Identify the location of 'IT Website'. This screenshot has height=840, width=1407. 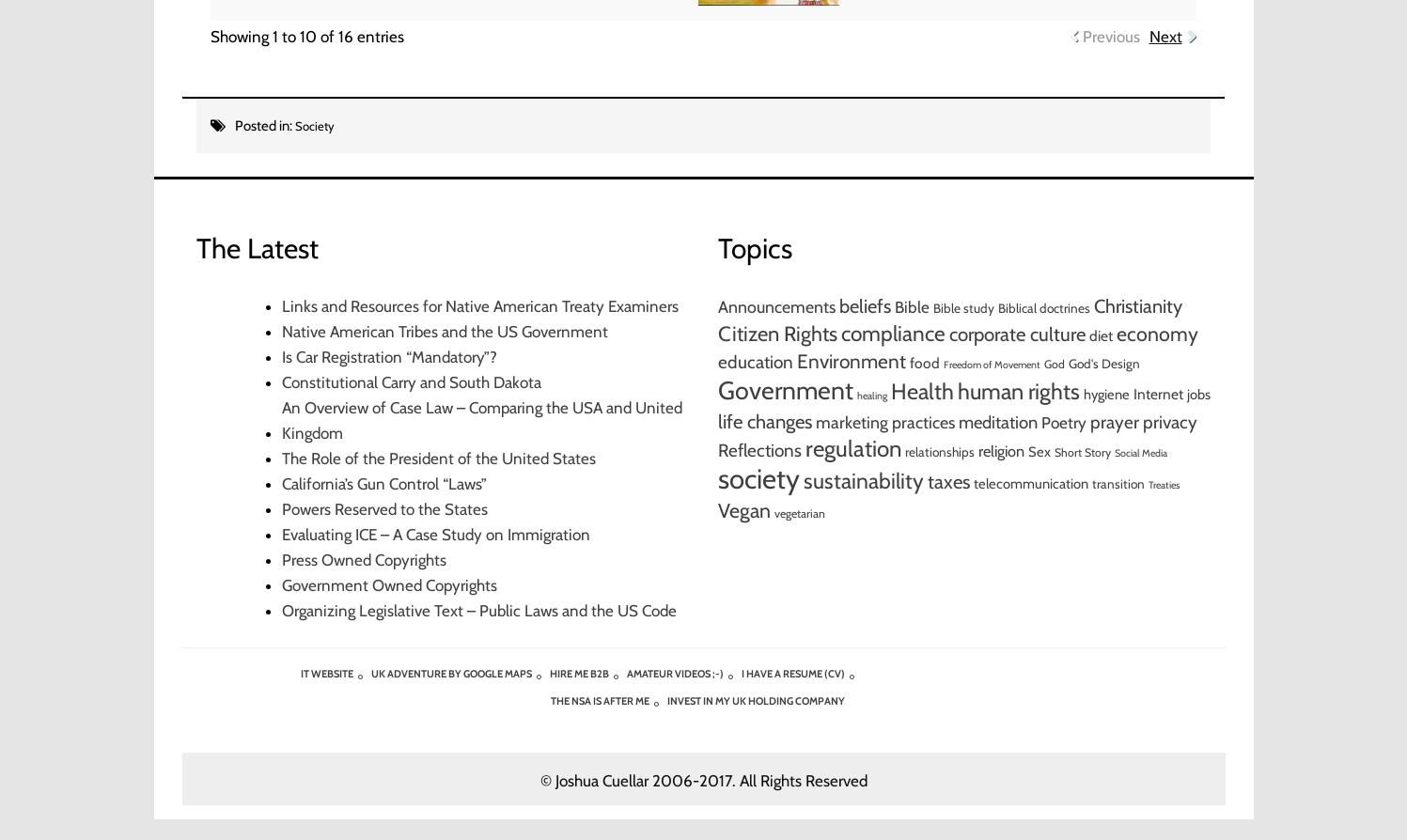
(325, 672).